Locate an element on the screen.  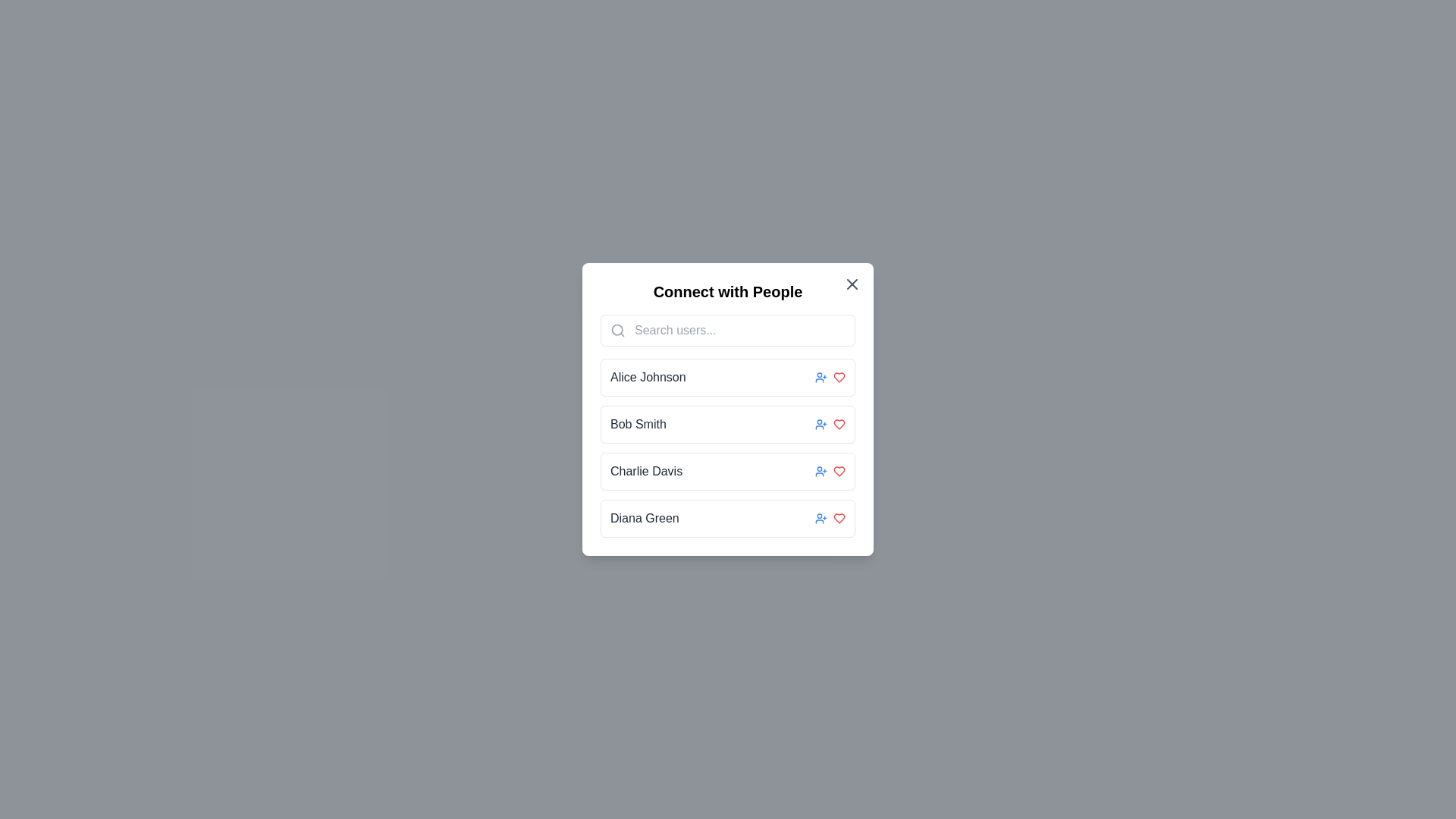
the list item for 'Bob Smith' is located at coordinates (728, 409).